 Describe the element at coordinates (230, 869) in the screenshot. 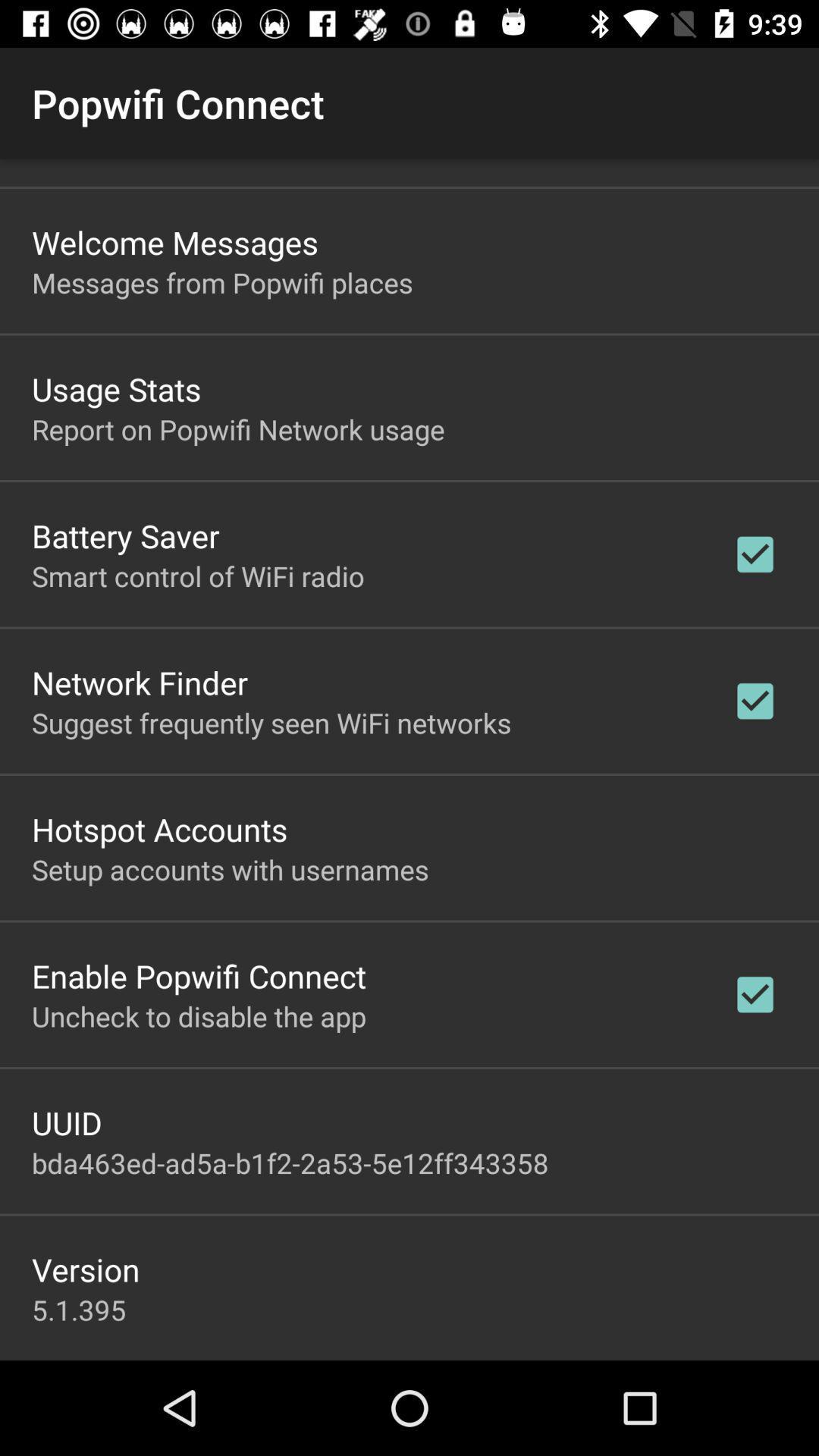

I see `the icon above the enable popwifi connect item` at that location.